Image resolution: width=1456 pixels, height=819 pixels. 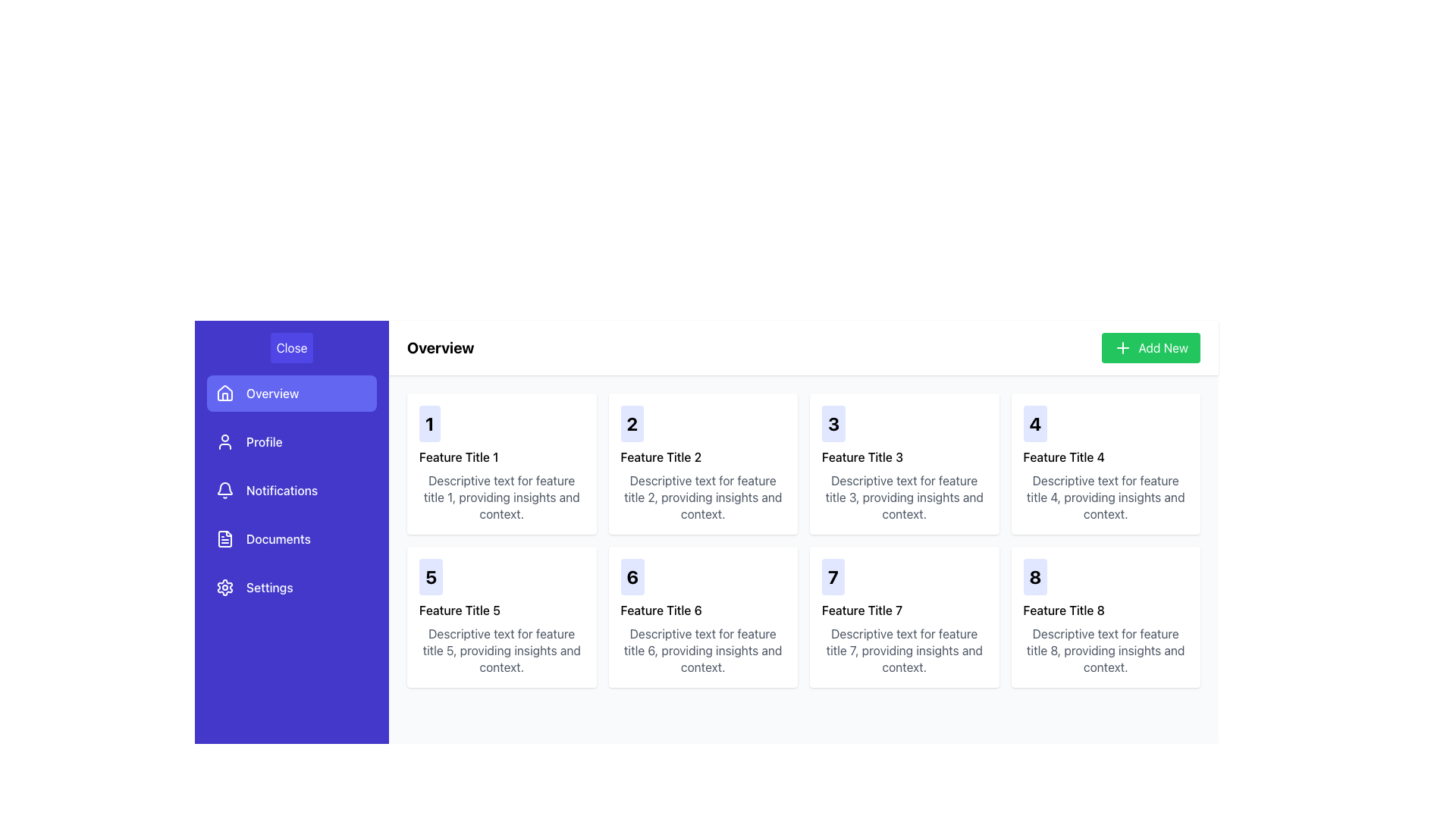 What do you see at coordinates (282, 491) in the screenshot?
I see `the 'Notifications' text label in the sidebar menu, which is styled with medium font weight and located next to the bell icon` at bounding box center [282, 491].